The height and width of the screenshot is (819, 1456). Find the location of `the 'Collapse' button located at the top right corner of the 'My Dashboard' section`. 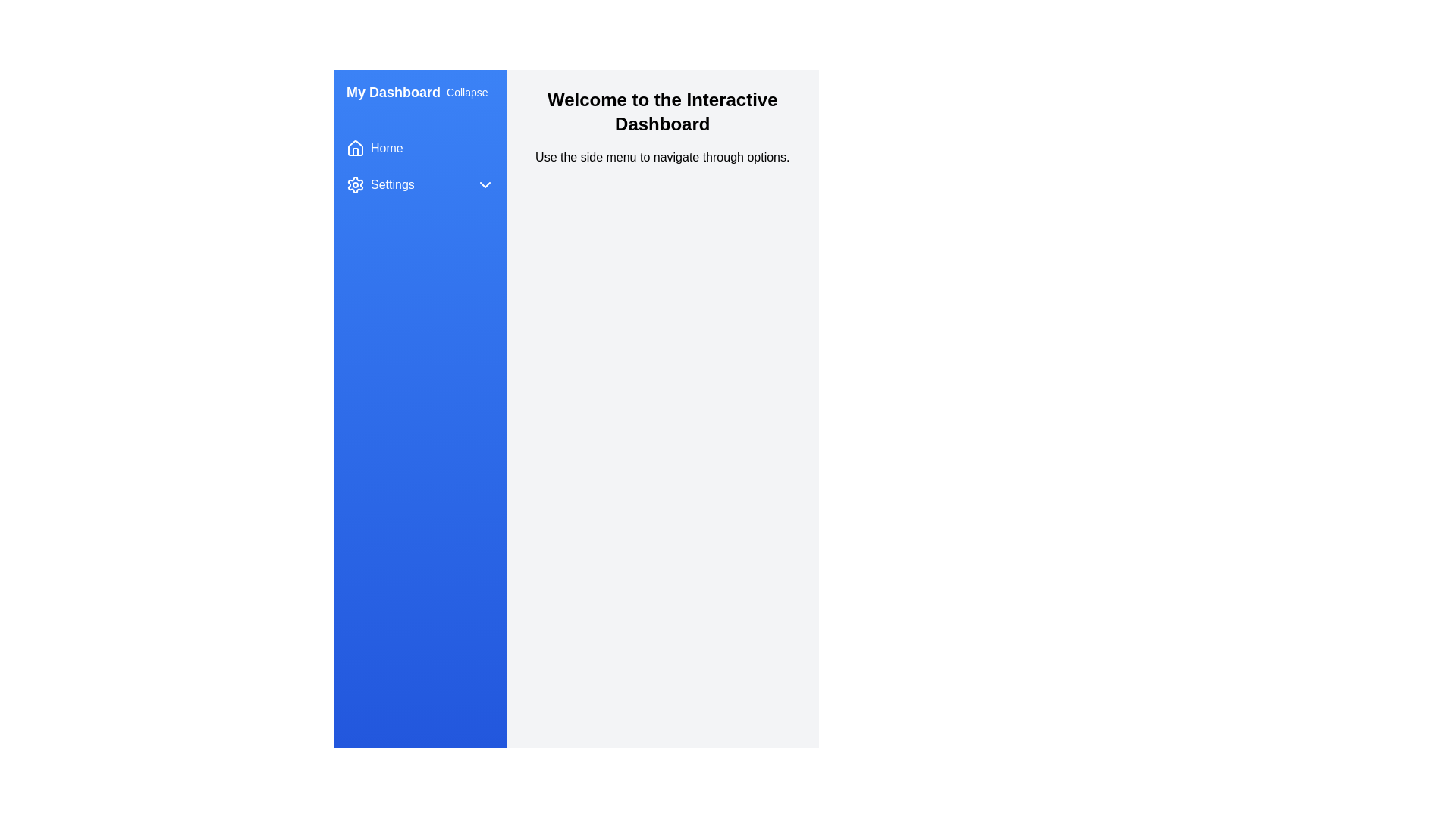

the 'Collapse' button located at the top right corner of the 'My Dashboard' section is located at coordinates (466, 93).